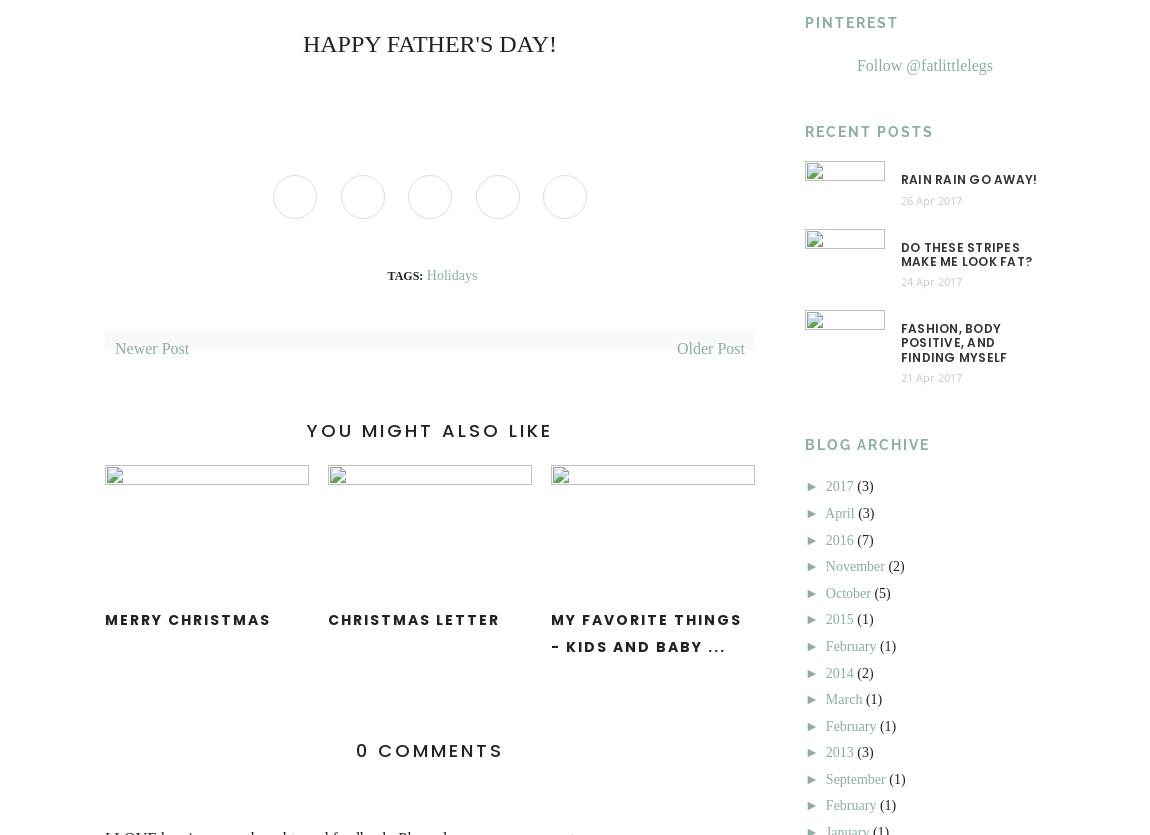 This screenshot has height=835, width=1150. Describe the element at coordinates (874, 591) in the screenshot. I see `'(5)'` at that location.